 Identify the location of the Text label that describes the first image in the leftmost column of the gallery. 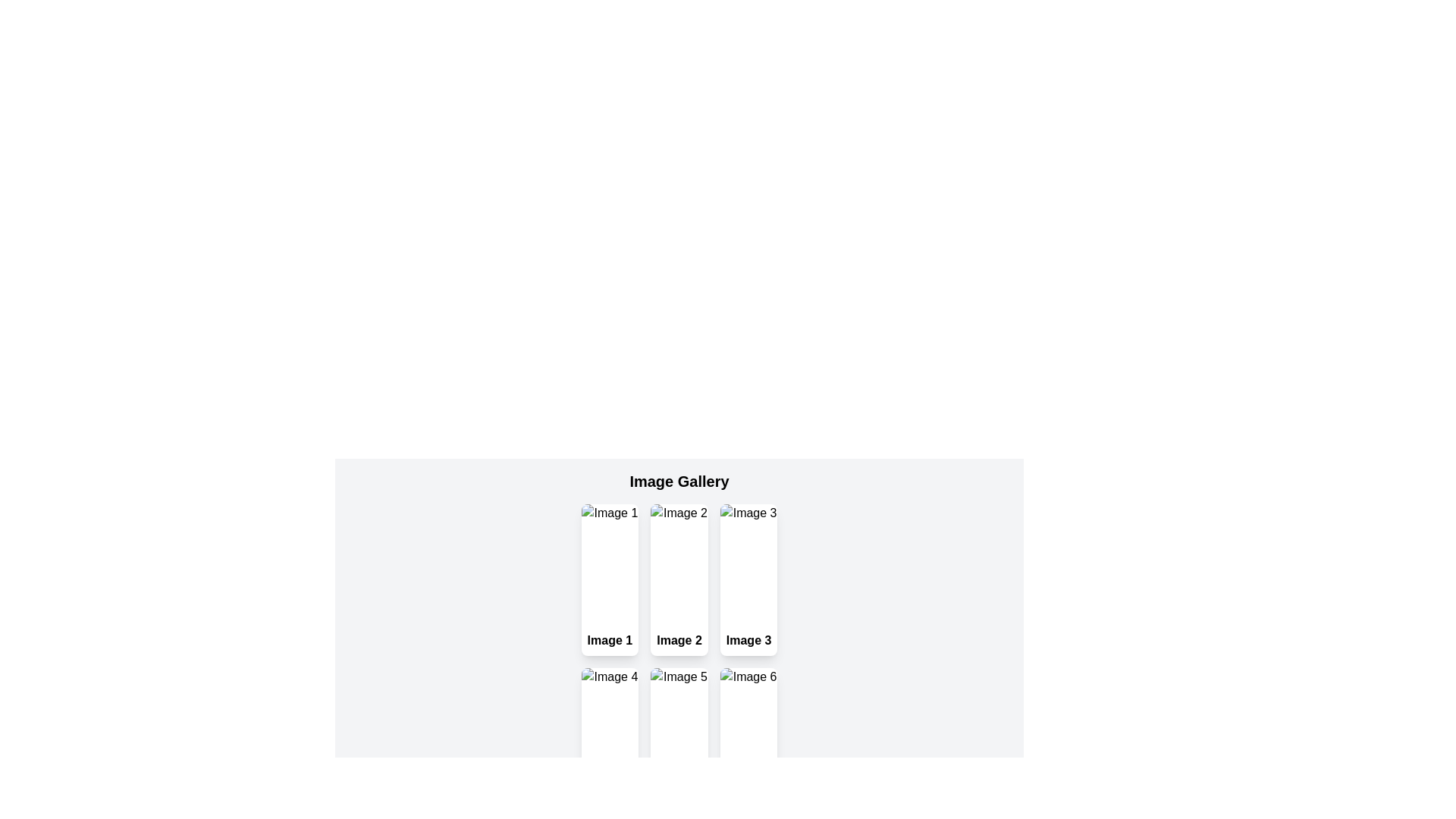
(610, 640).